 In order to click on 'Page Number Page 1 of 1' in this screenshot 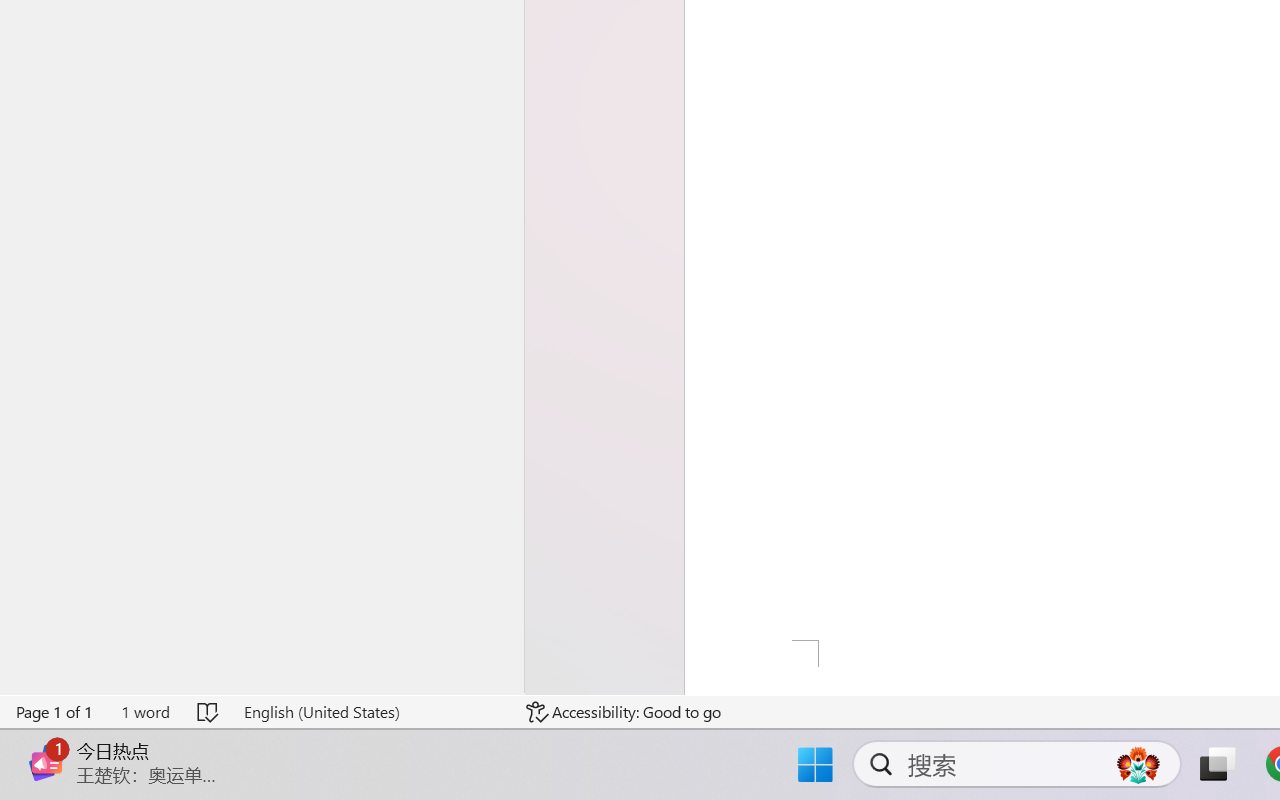, I will do `click(55, 711)`.